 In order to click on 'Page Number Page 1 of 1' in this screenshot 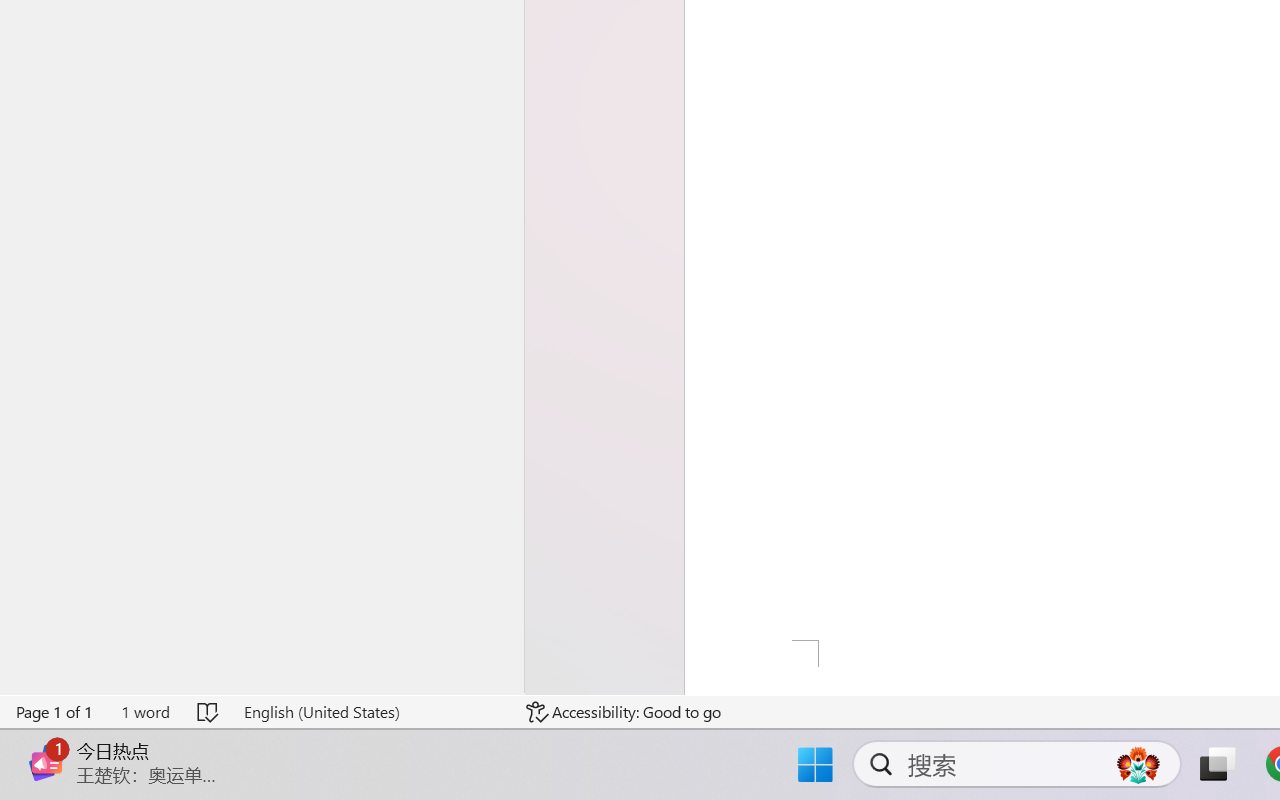, I will do `click(55, 711)`.